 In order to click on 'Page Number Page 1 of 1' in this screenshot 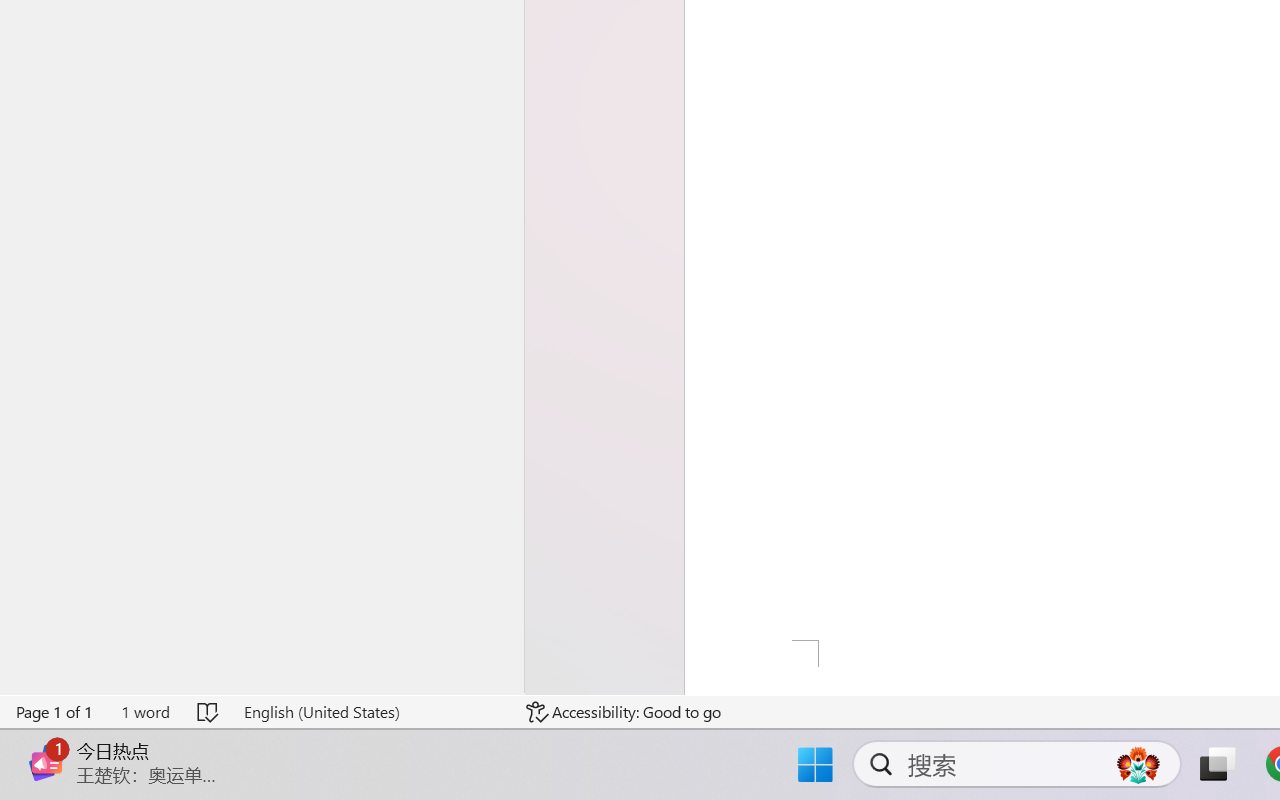, I will do `click(55, 711)`.